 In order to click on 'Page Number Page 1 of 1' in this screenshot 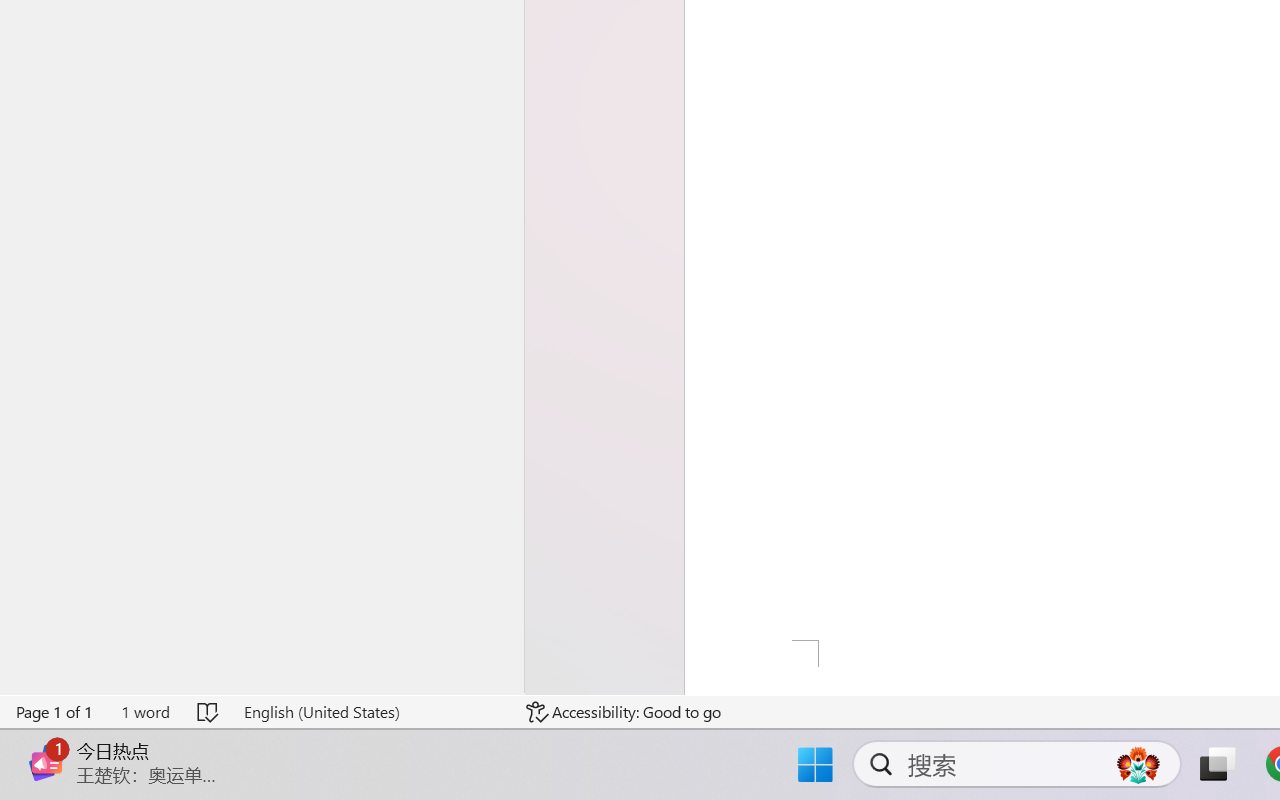, I will do `click(55, 711)`.